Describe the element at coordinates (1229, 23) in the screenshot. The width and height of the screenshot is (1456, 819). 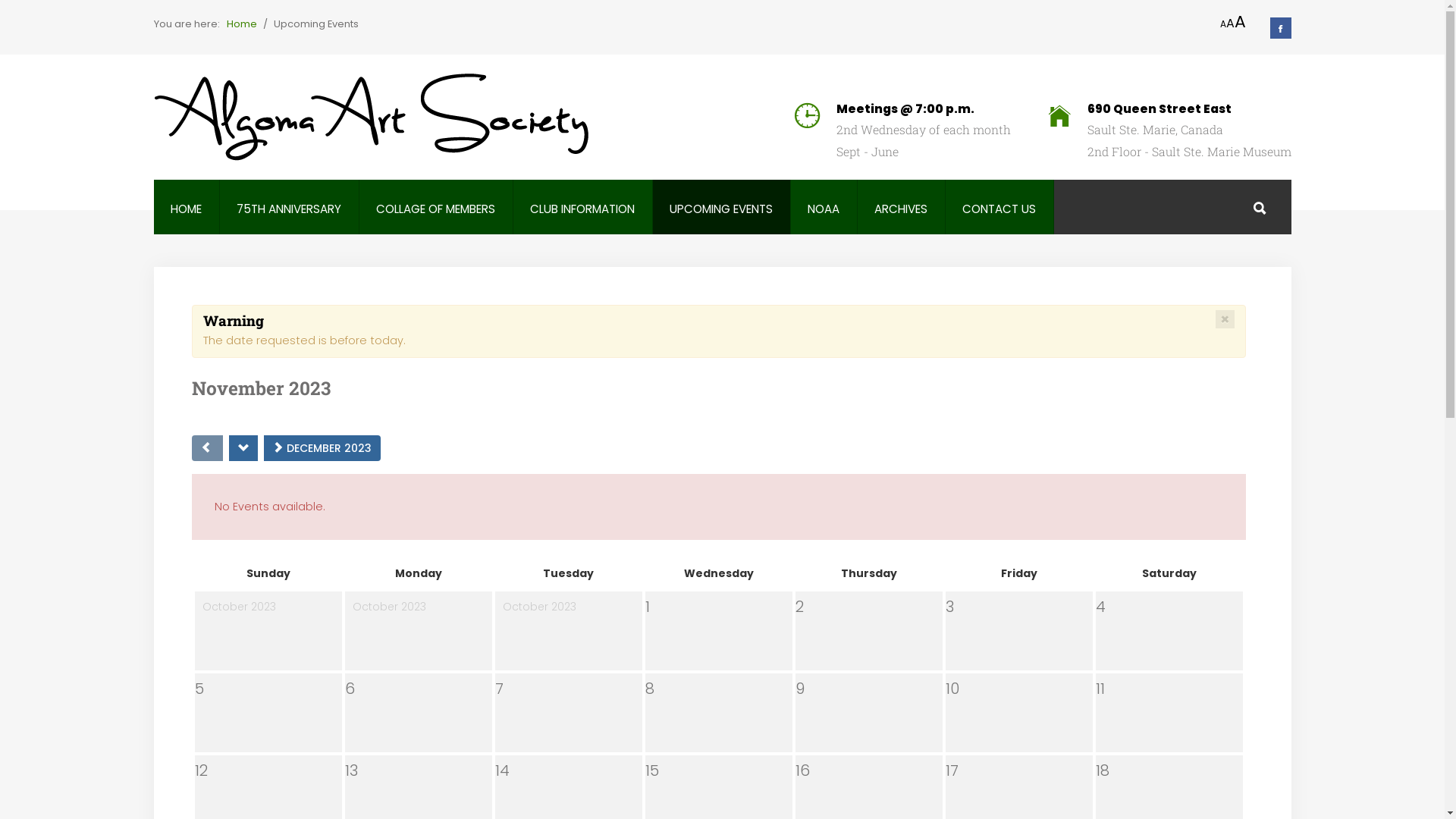
I see `'A'` at that location.